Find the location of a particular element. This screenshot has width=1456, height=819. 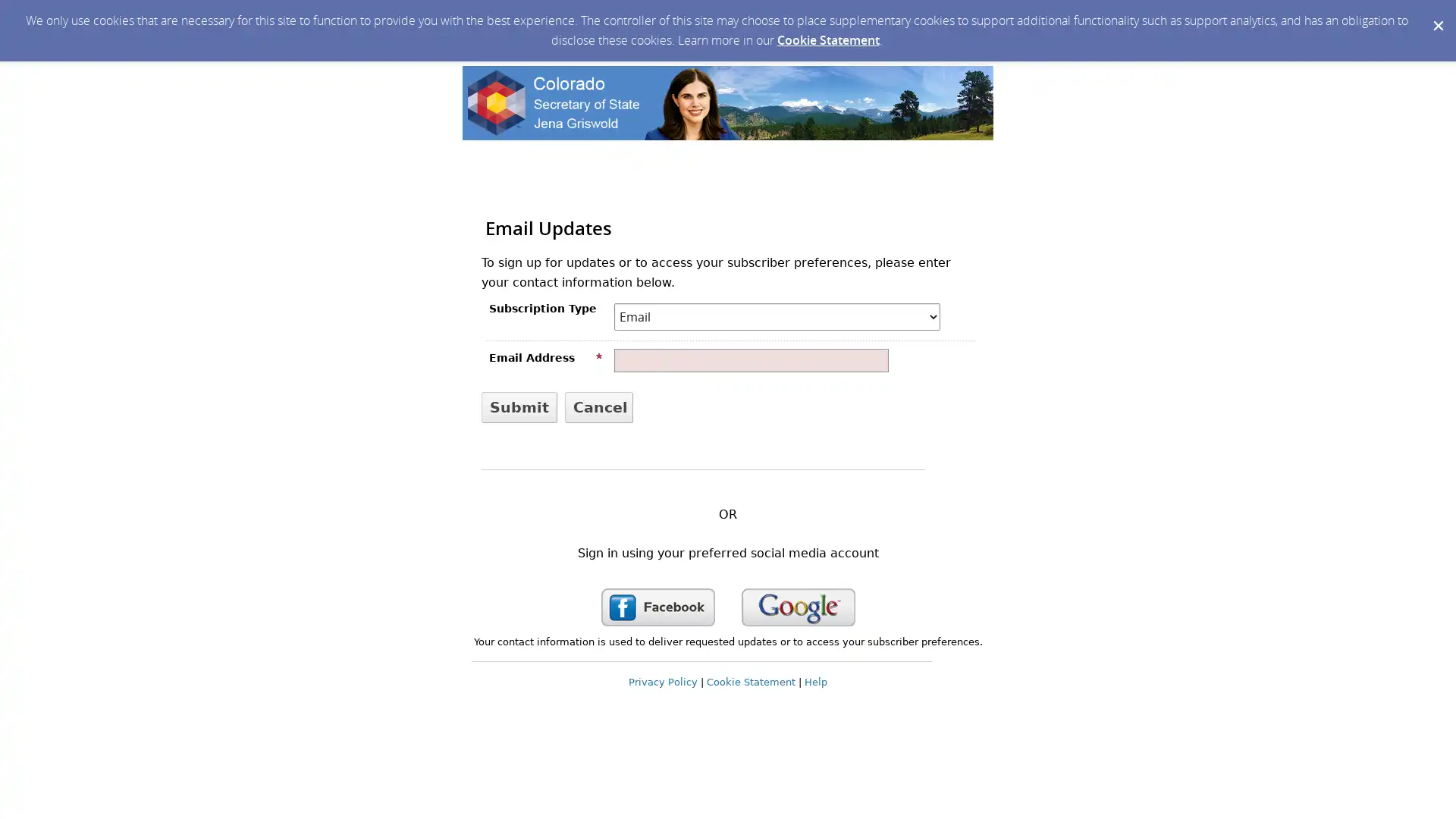

Submit is located at coordinates (519, 406).